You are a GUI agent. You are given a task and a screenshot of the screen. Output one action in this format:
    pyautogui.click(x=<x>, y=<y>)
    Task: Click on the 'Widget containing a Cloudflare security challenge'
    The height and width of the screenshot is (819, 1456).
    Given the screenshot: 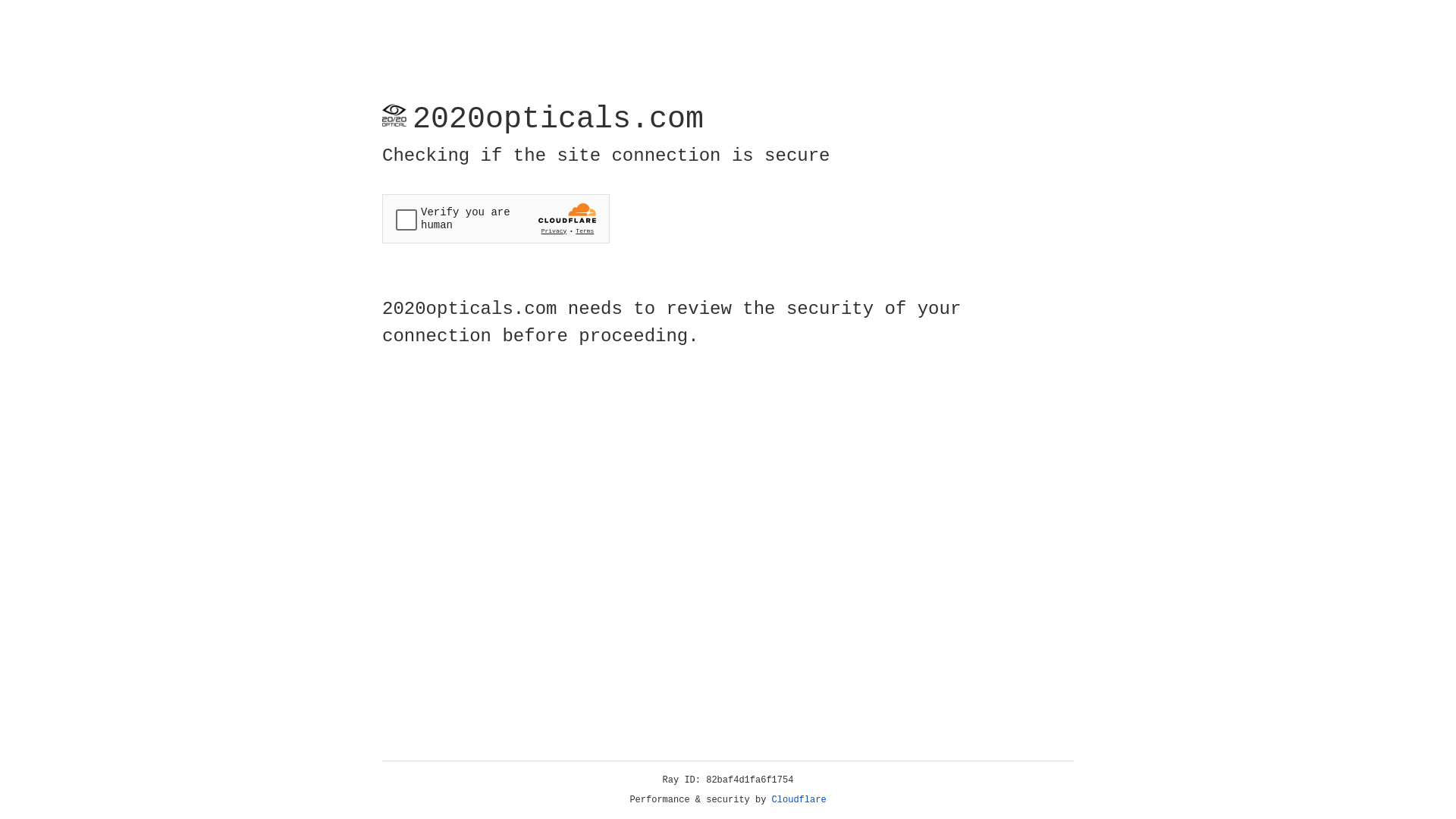 What is the action you would take?
    pyautogui.click(x=495, y=218)
    